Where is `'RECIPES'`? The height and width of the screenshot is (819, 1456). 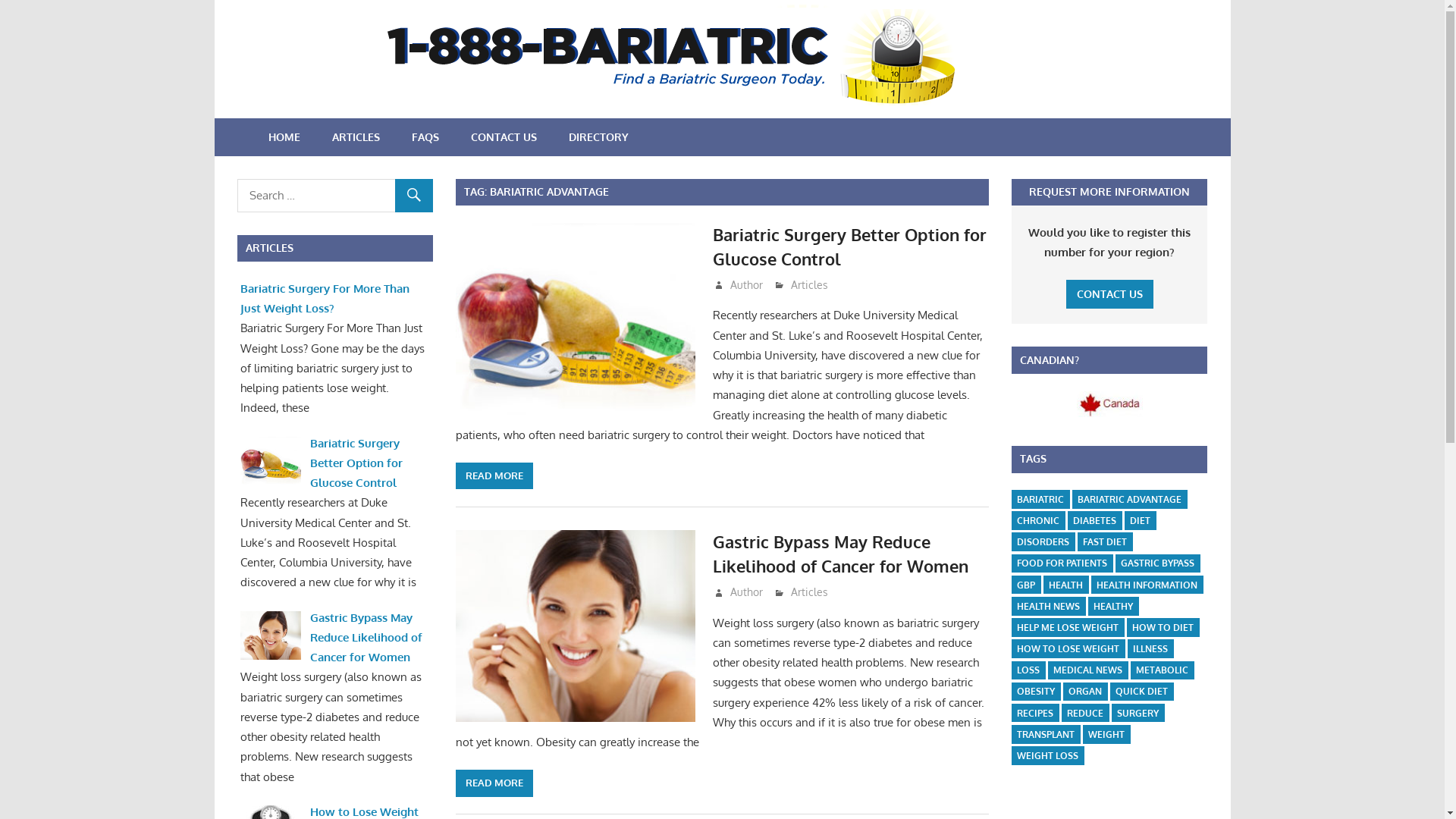 'RECIPES' is located at coordinates (1034, 713).